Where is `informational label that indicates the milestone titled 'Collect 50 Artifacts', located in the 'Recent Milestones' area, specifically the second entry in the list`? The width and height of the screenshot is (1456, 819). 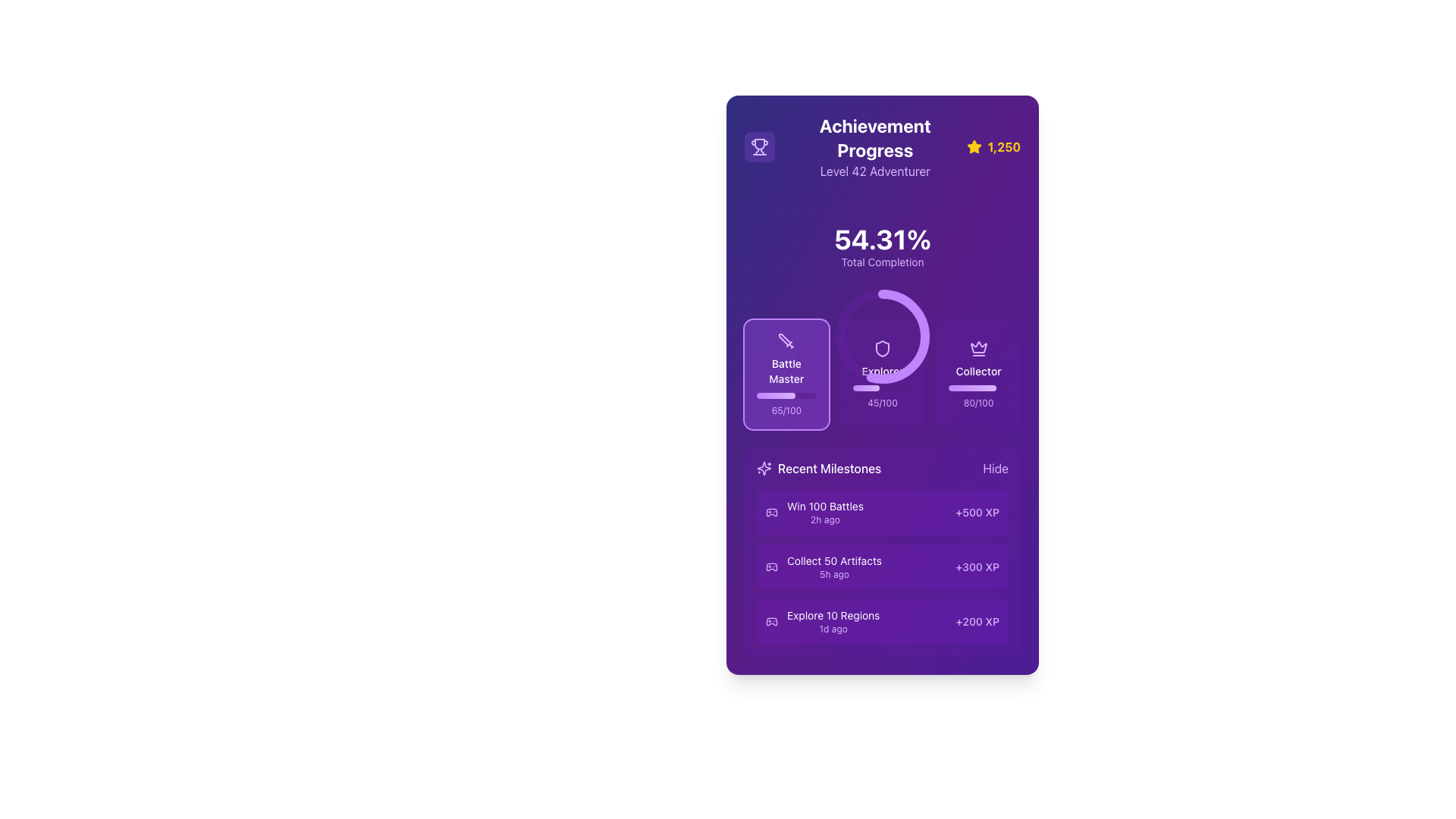
informational label that indicates the milestone titled 'Collect 50 Artifacts', located in the 'Recent Milestones' area, specifically the second entry in the list is located at coordinates (833, 561).